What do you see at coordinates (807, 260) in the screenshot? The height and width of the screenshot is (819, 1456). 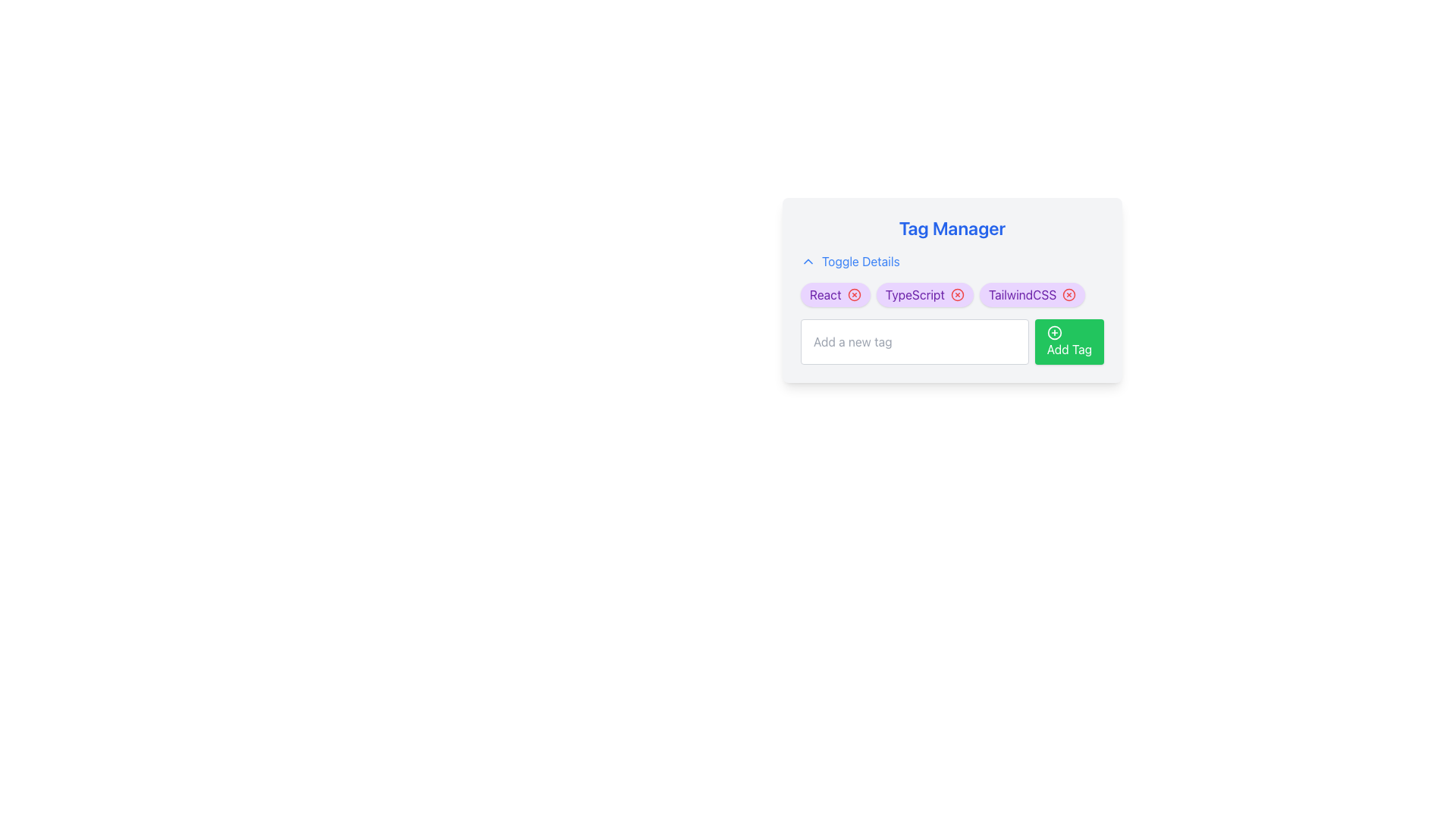 I see `the chevron icon located to the left of the 'Toggle Details' text label in the 'Tag Manager' section` at bounding box center [807, 260].